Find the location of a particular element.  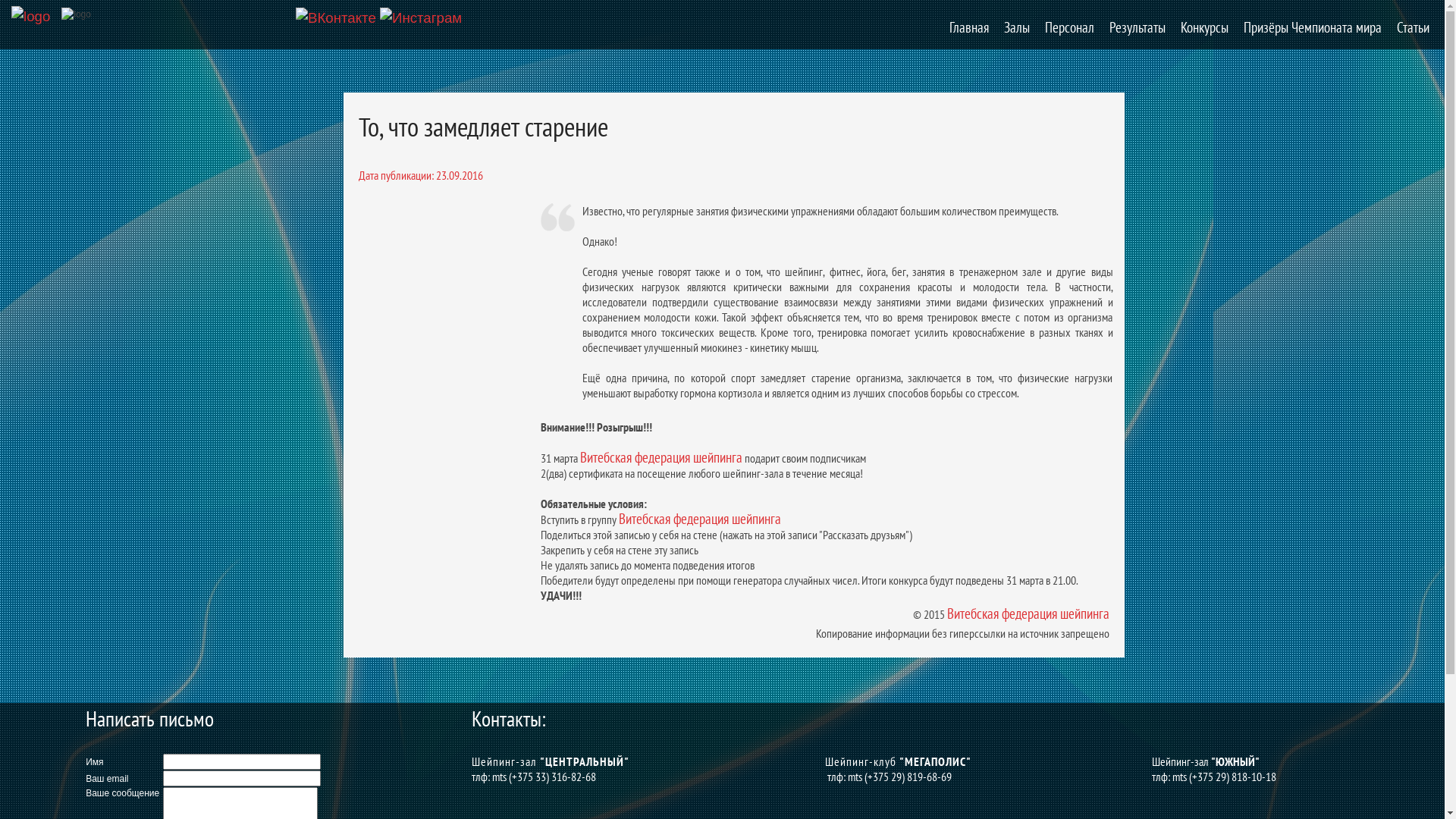

'logo' is located at coordinates (75, 14).